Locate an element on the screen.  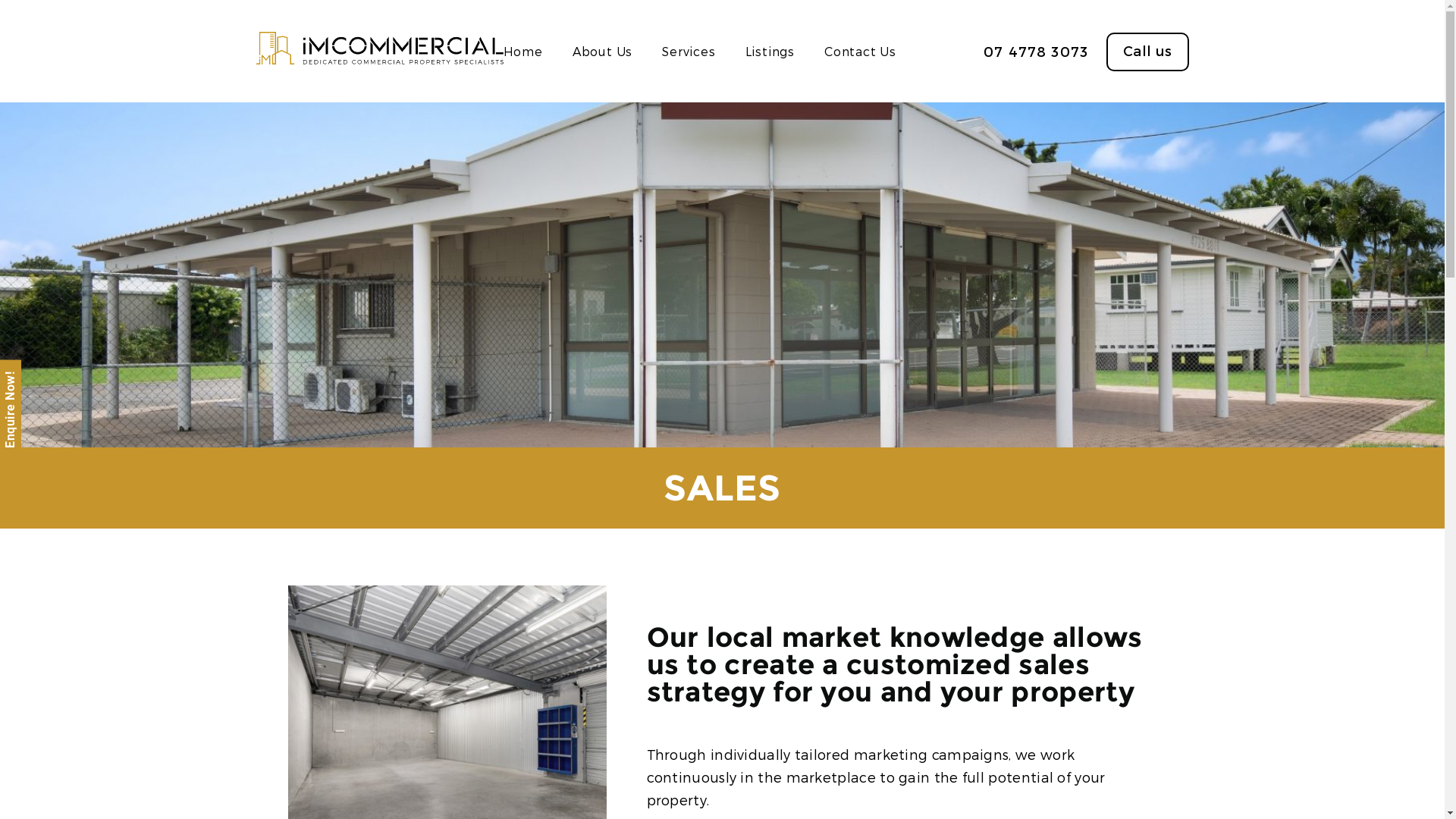
'Call us' is located at coordinates (1147, 51).